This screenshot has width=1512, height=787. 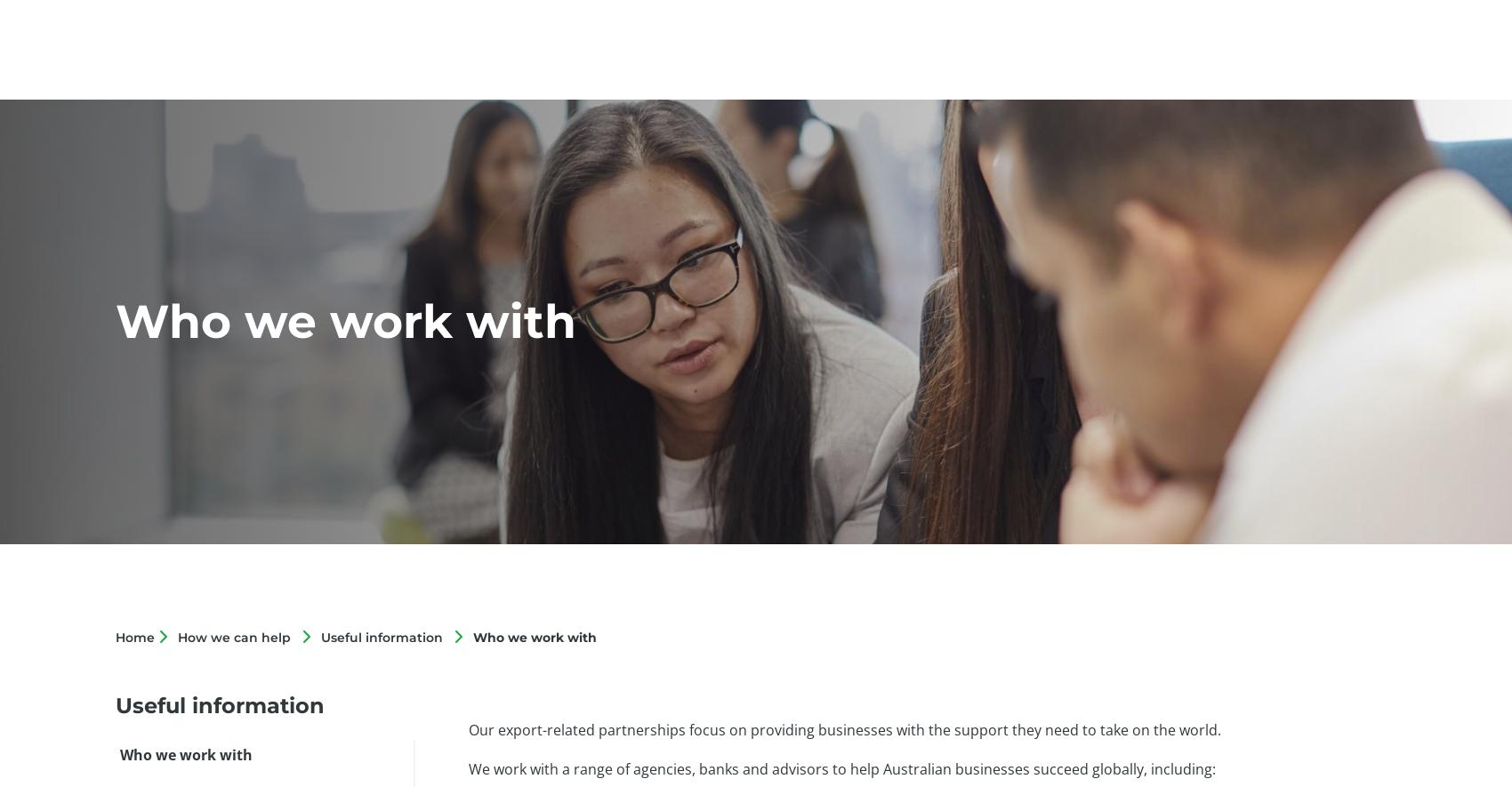 I want to click on 'We have a range of', so click(x=533, y=771).